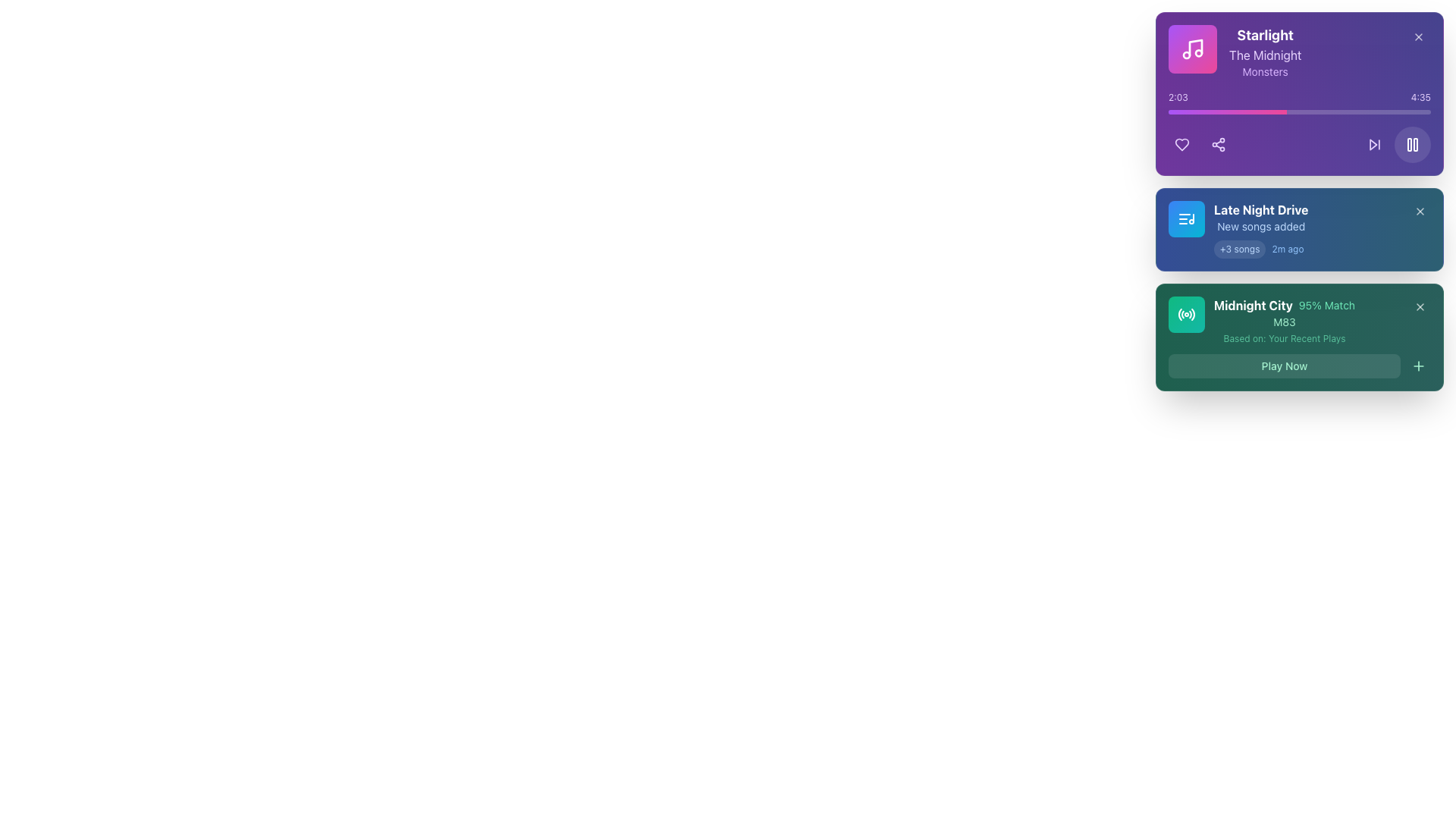 The width and height of the screenshot is (1456, 819). What do you see at coordinates (1419, 307) in the screenshot?
I see `the button located at the top-right corner of the green card labeled 'Midnight City'` at bounding box center [1419, 307].